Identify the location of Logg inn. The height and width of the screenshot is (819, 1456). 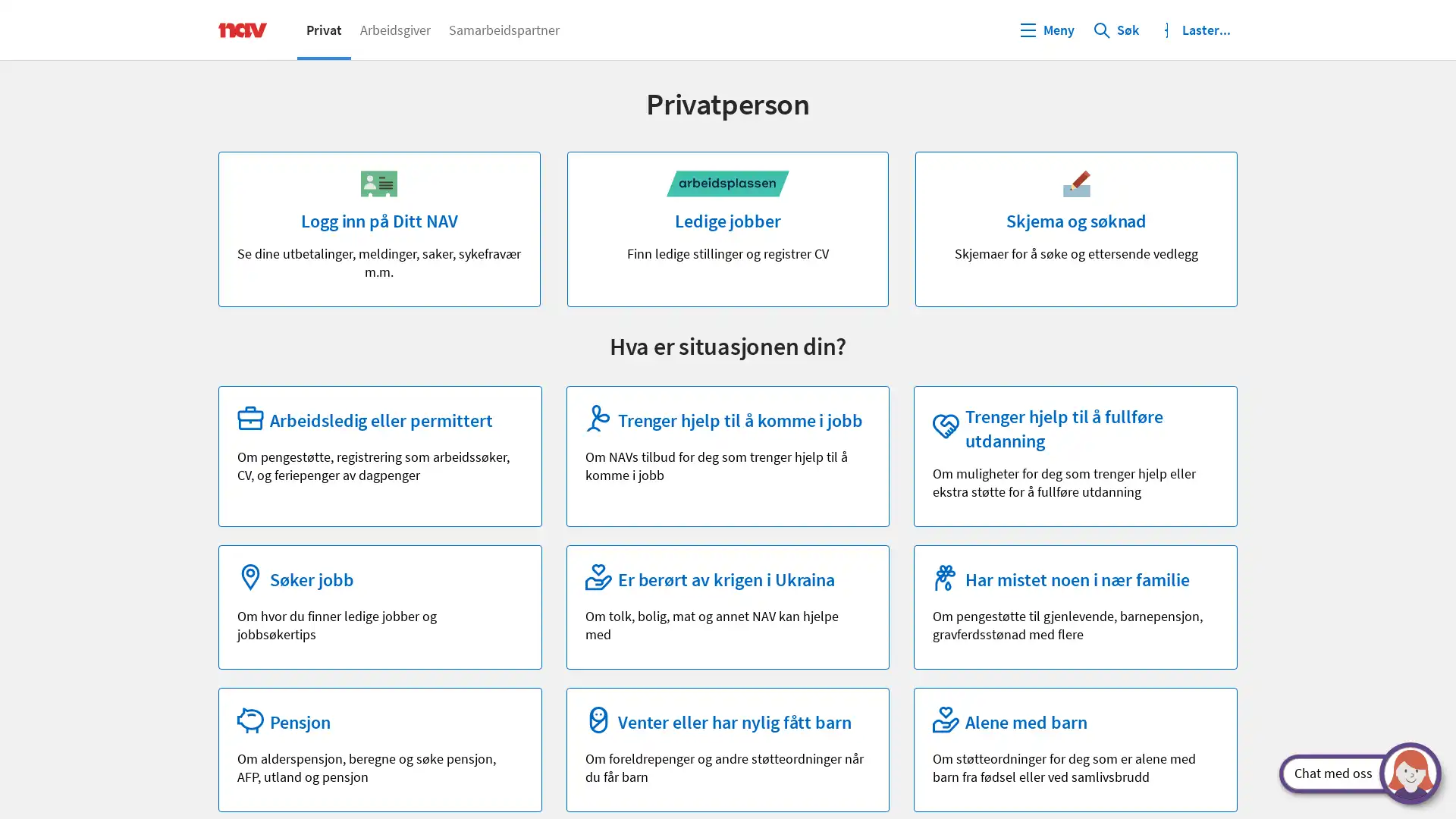
(1193, 29).